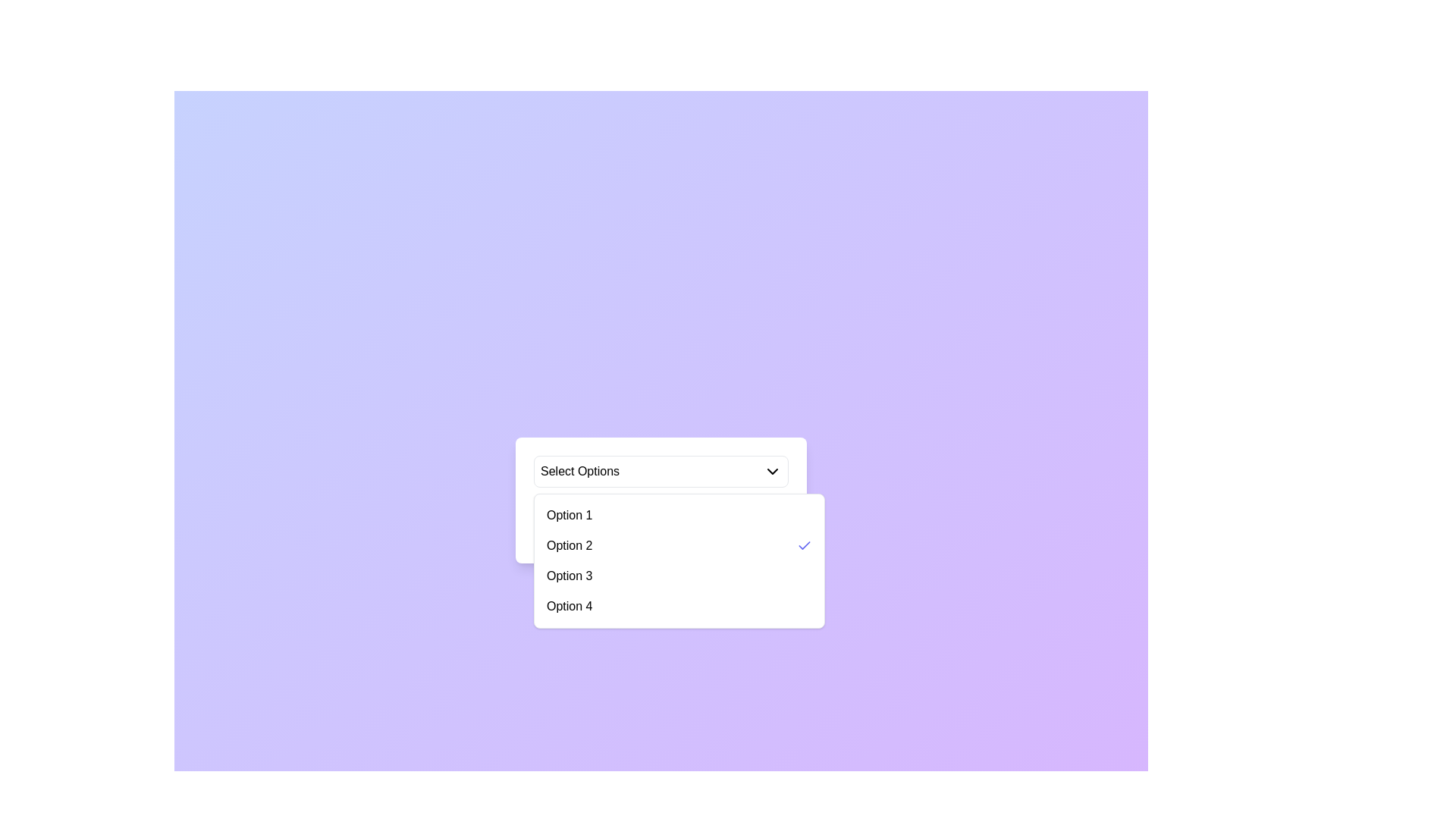  I want to click on the center of the downward arrow icon located on the far-right side of the 'Select Options' drop-down component, so click(772, 470).